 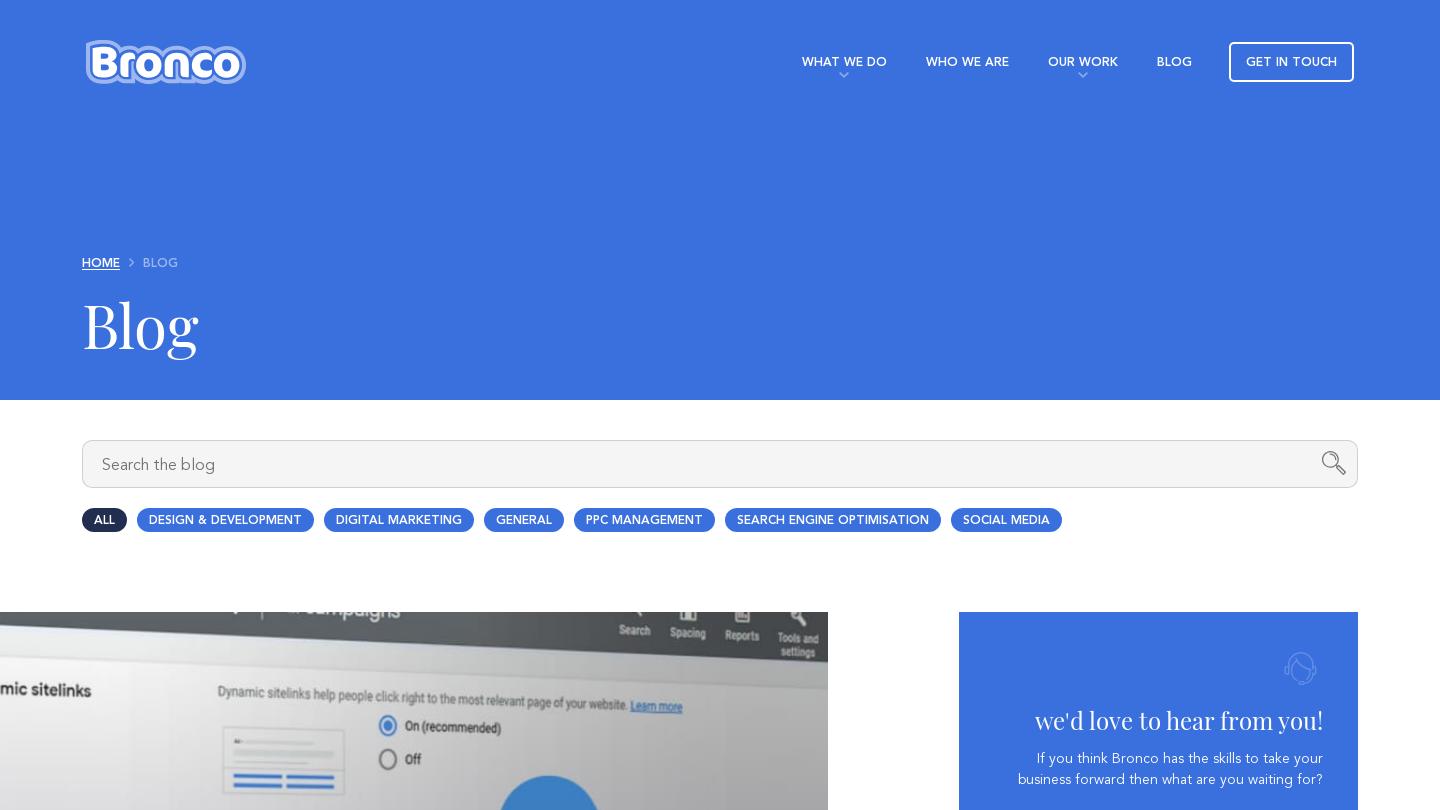 I want to click on 'Who We Are', so click(x=965, y=61).